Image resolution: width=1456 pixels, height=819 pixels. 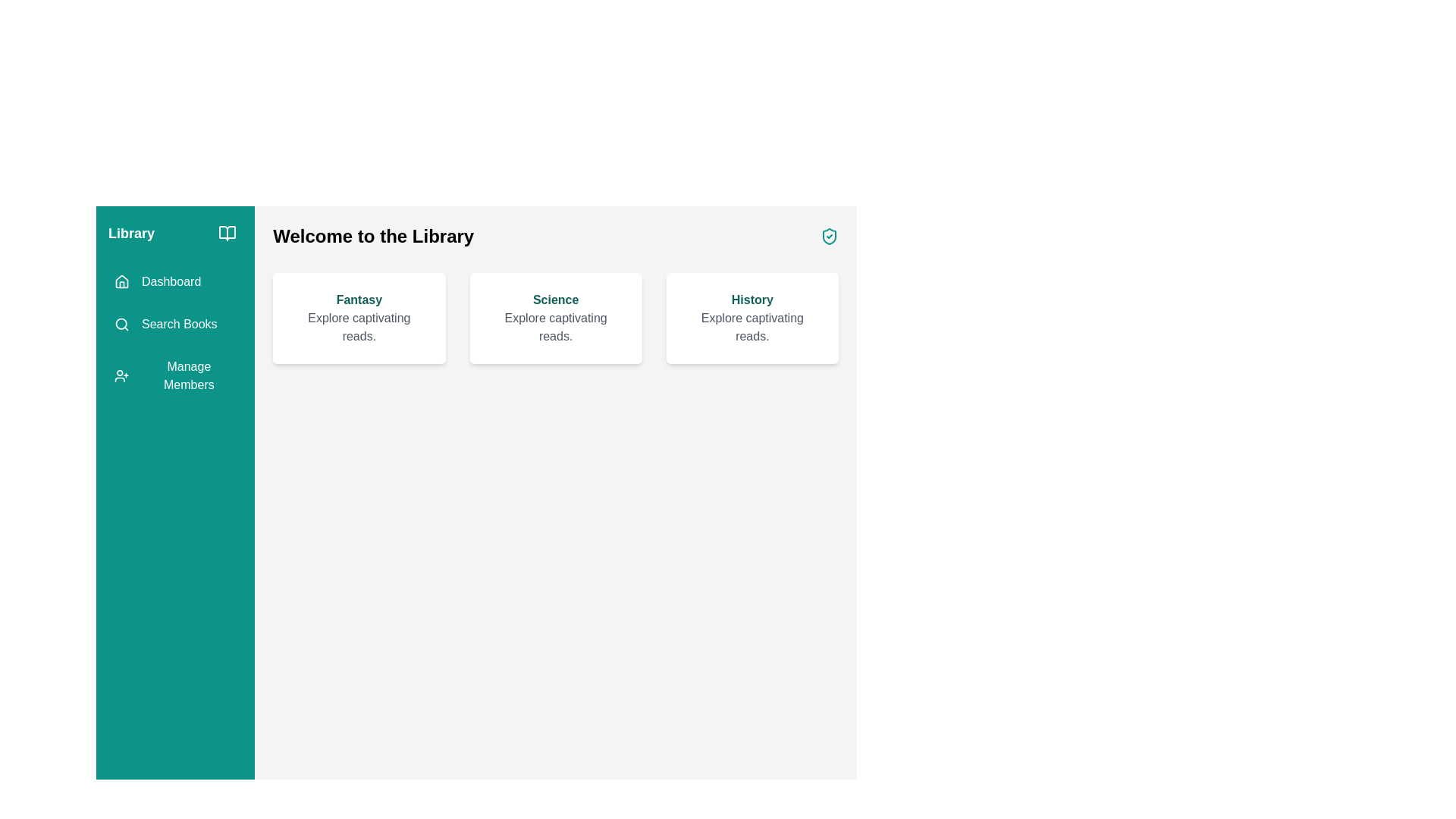 What do you see at coordinates (131, 234) in the screenshot?
I see `the 'Library' text label, which is a bold, large font label with a teal-colored background located in the top-left of the sidebar menu` at bounding box center [131, 234].